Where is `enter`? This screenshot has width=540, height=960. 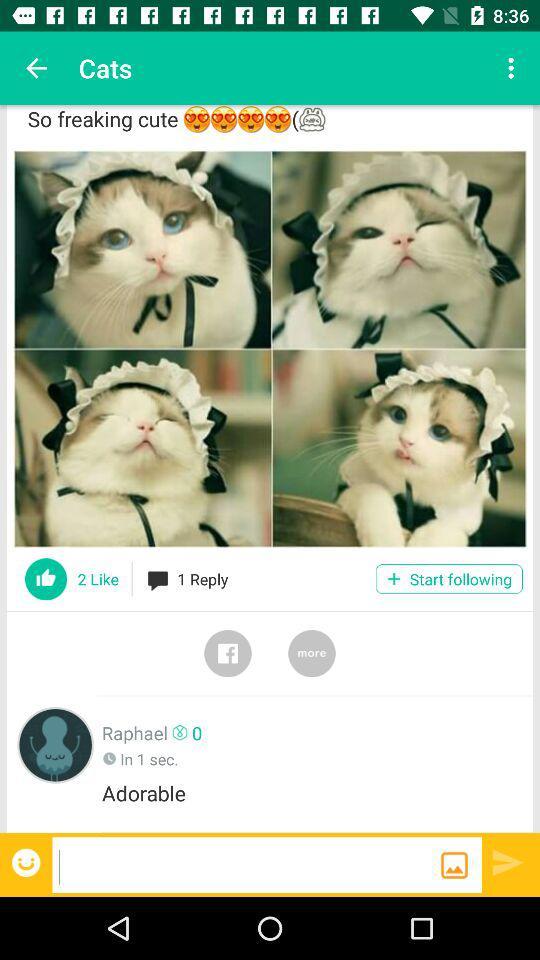 enter is located at coordinates (508, 861).